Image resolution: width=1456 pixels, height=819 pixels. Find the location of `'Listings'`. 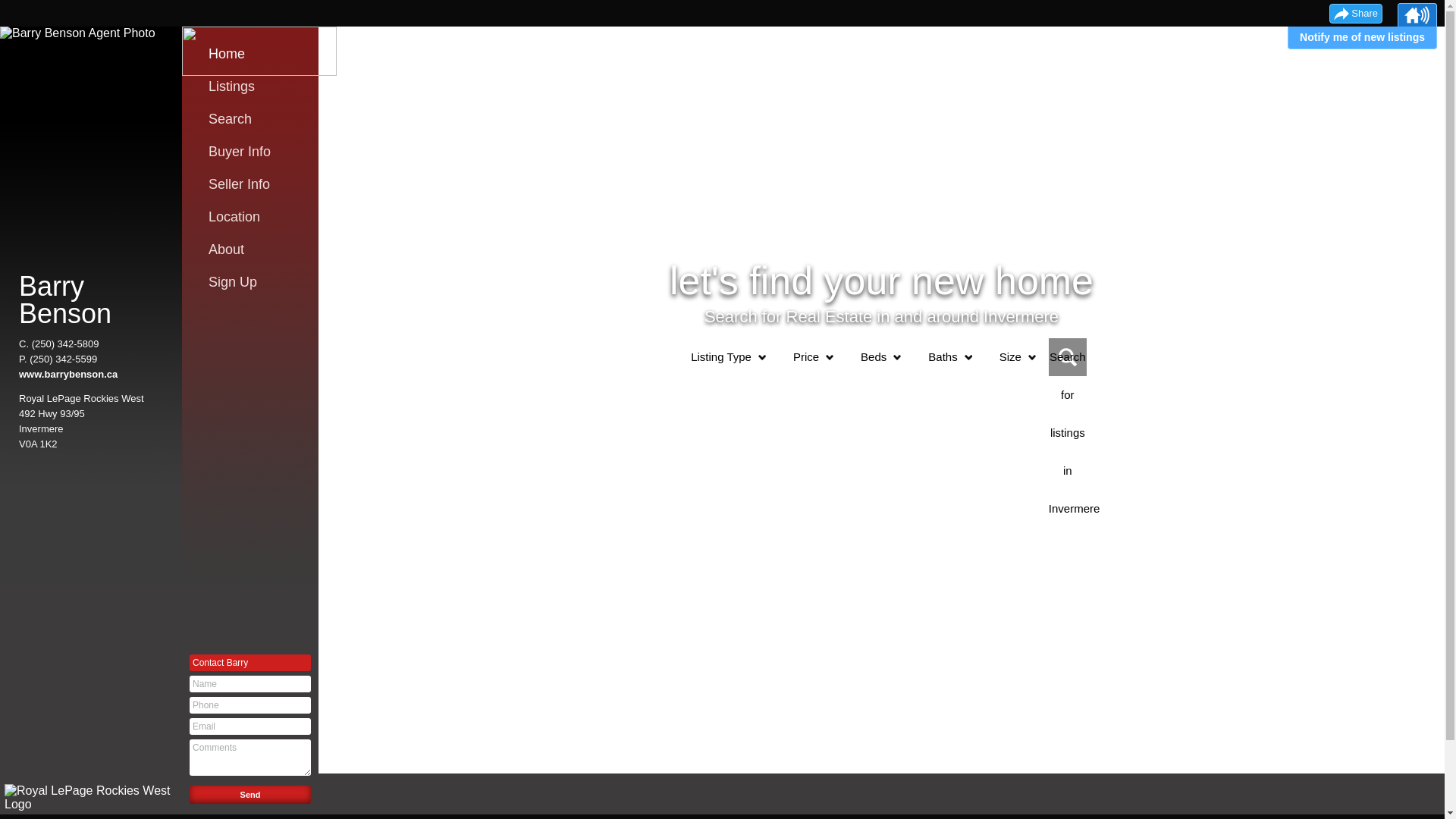

'Listings' is located at coordinates (207, 86).